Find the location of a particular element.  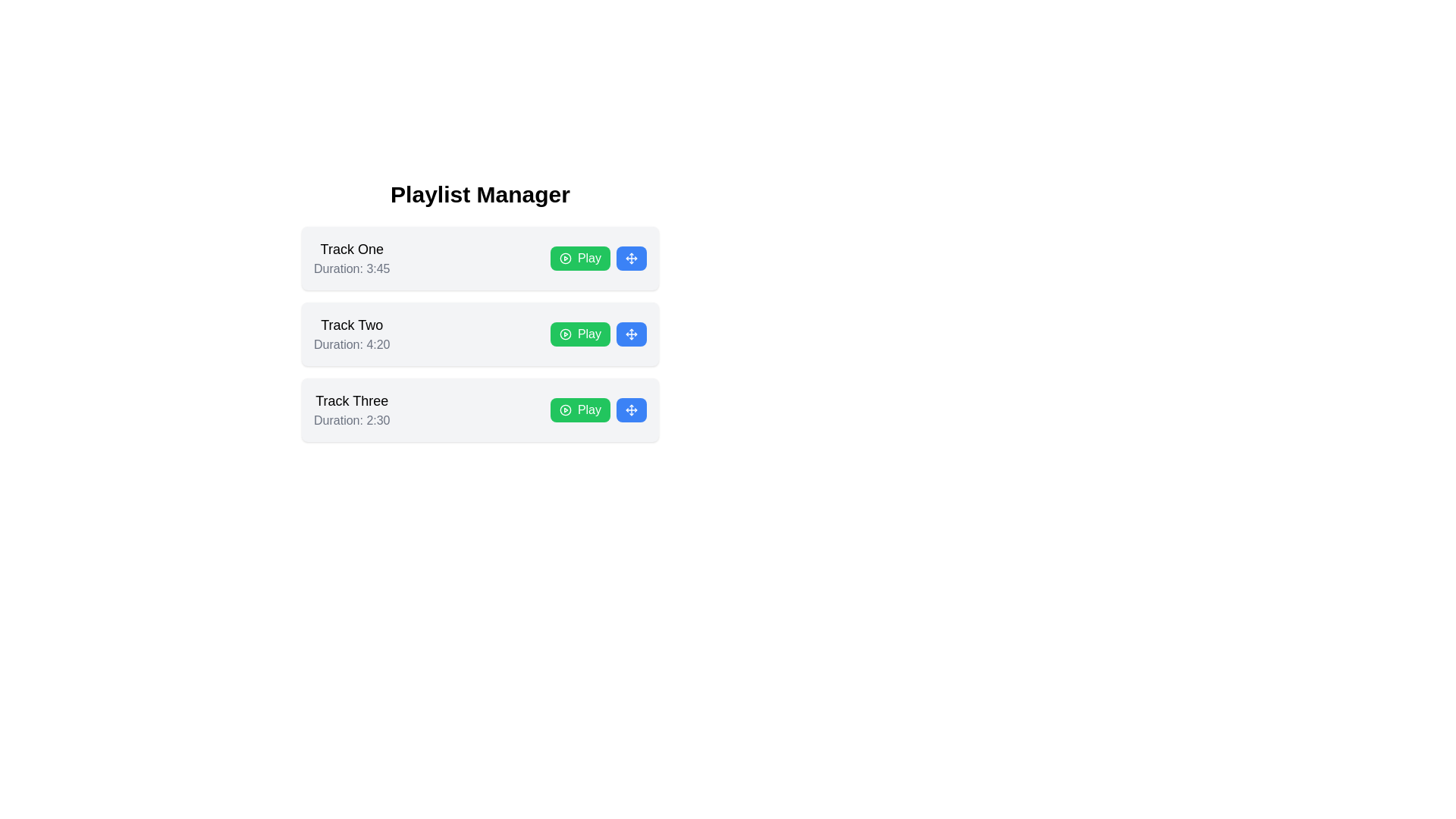

the blue button with a white move icon is located at coordinates (632, 409).